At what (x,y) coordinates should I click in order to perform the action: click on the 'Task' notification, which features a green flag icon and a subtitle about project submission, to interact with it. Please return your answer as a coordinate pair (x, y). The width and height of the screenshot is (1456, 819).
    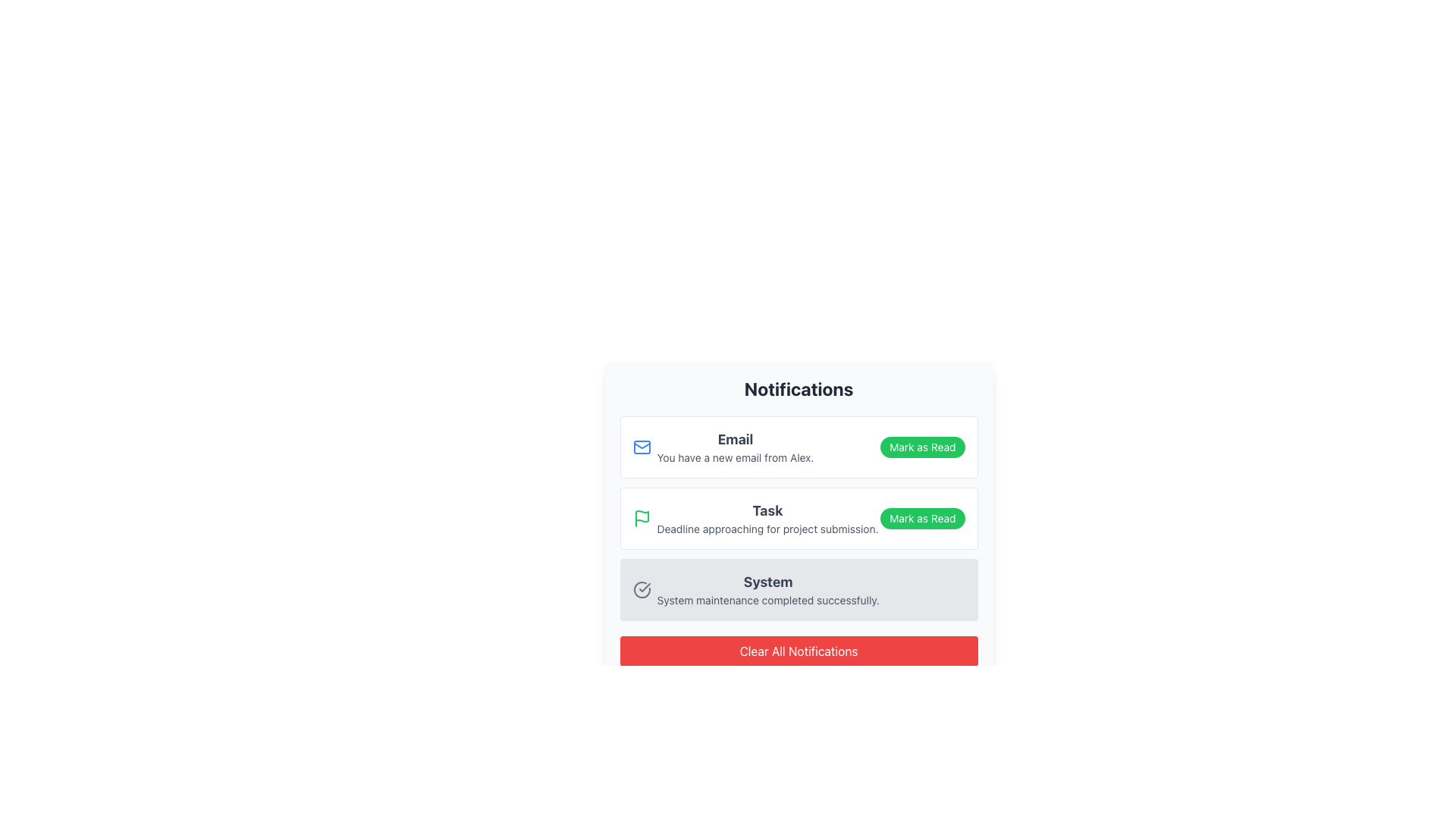
    Looking at the image, I should click on (755, 517).